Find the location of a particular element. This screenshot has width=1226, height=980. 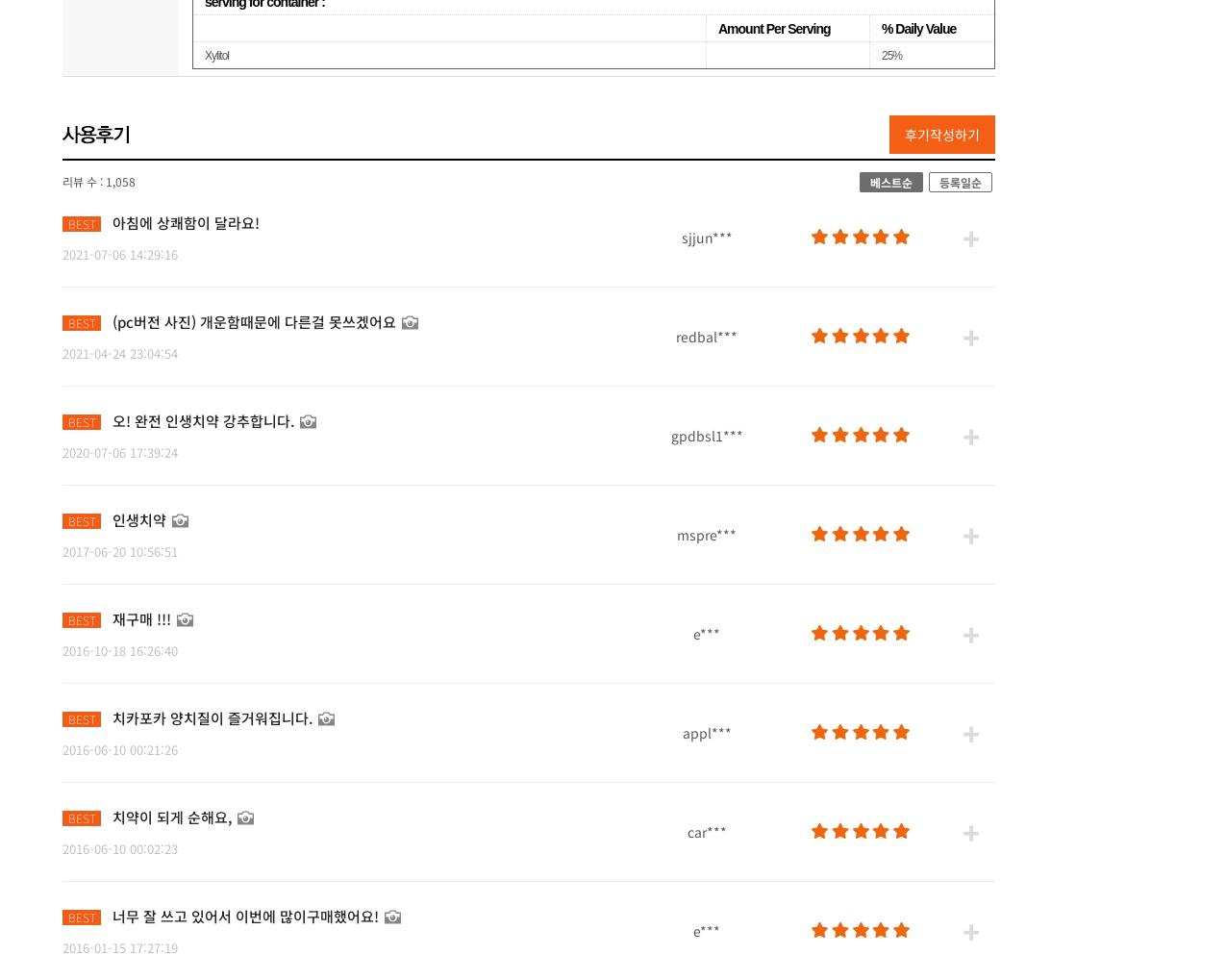

'아침에 상쾌함이 달라요!' is located at coordinates (185, 220).